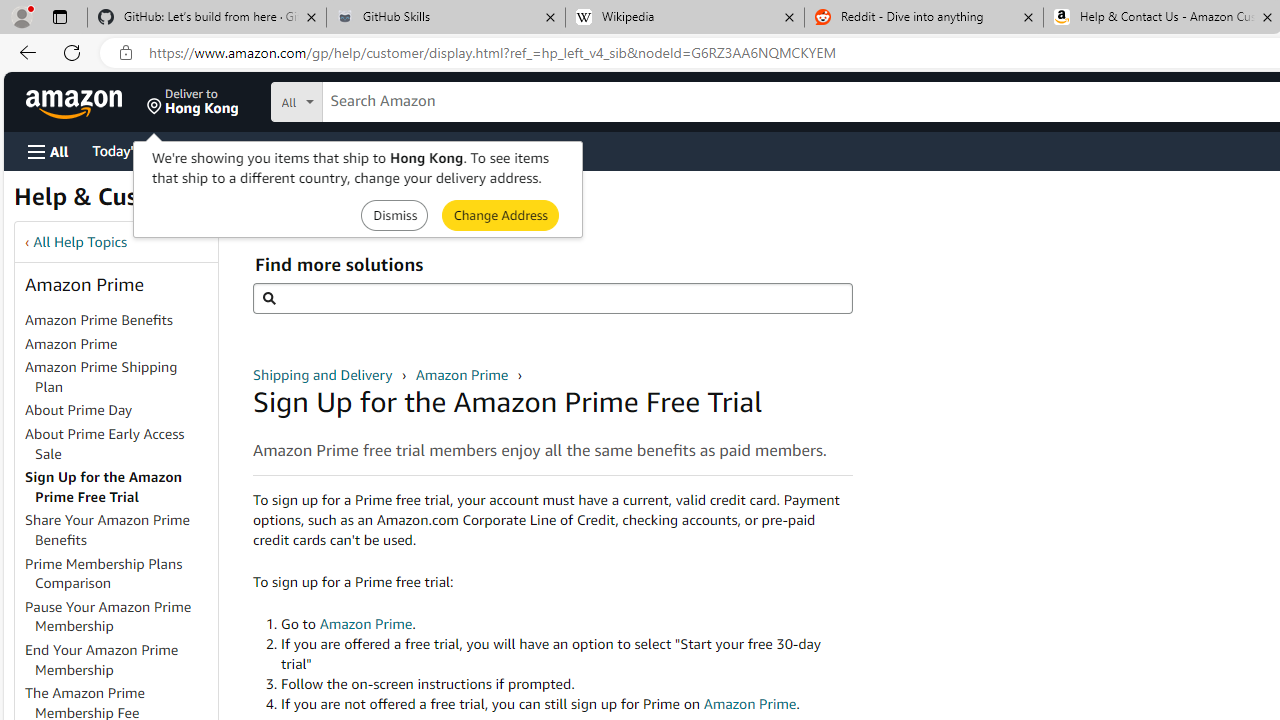 The width and height of the screenshot is (1280, 720). I want to click on 'About Prime Early Access Sale', so click(119, 443).